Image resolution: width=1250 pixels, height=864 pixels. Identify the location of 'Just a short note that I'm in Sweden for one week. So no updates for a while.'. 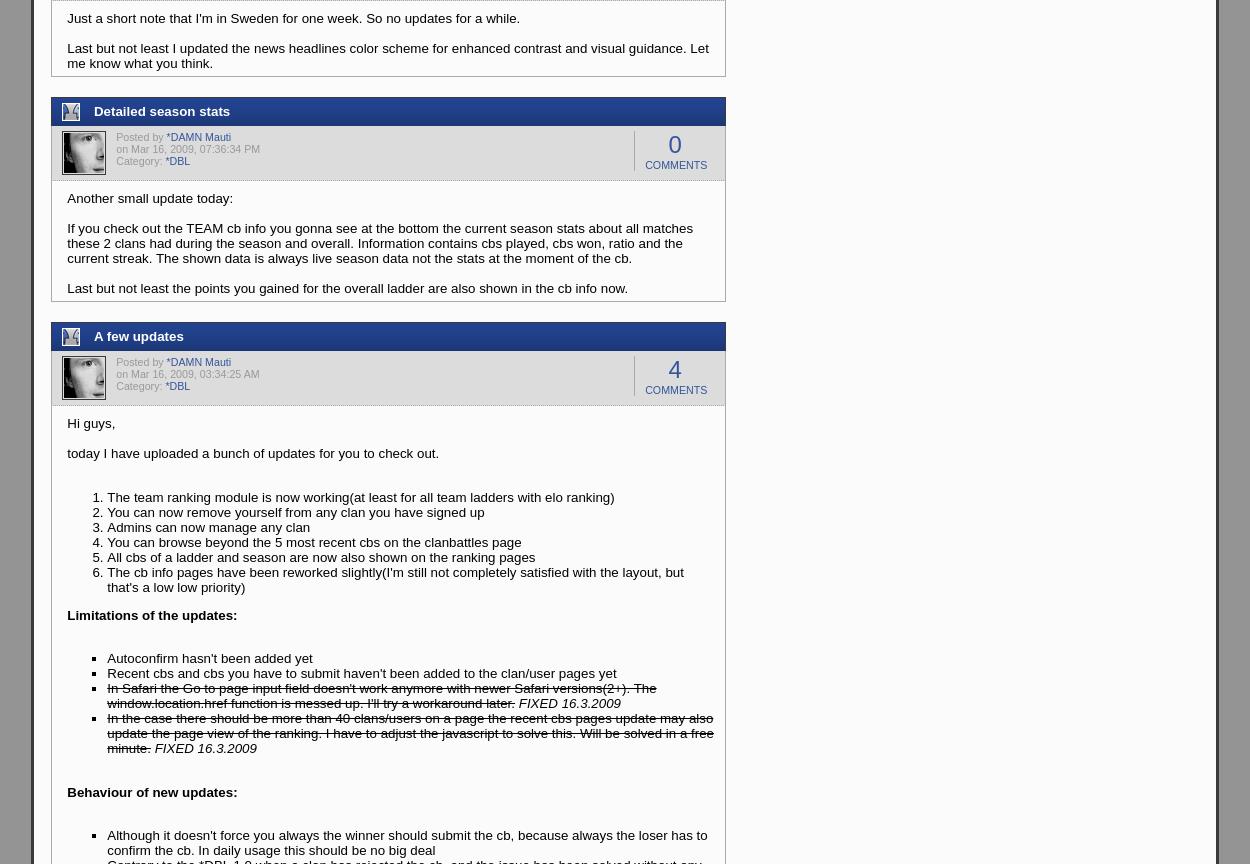
(293, 18).